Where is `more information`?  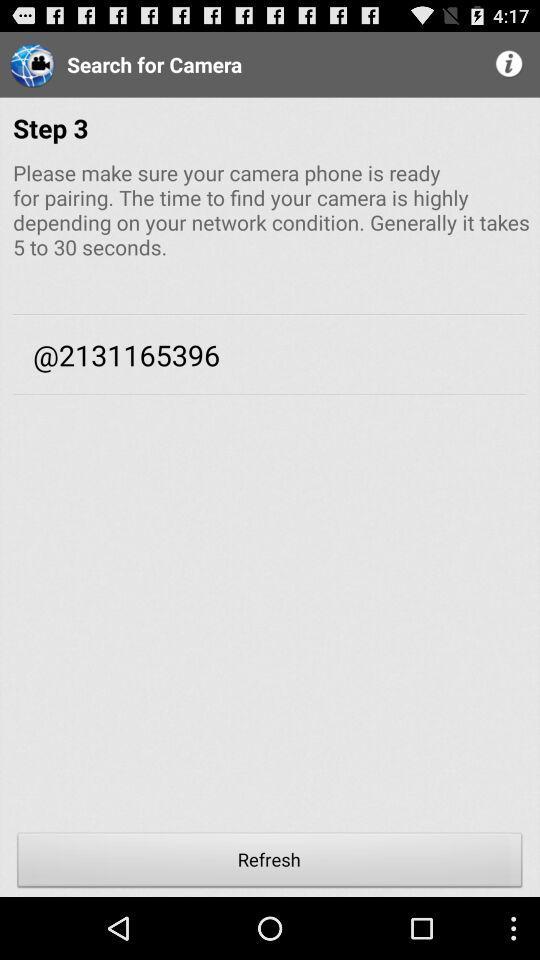 more information is located at coordinates (510, 64).